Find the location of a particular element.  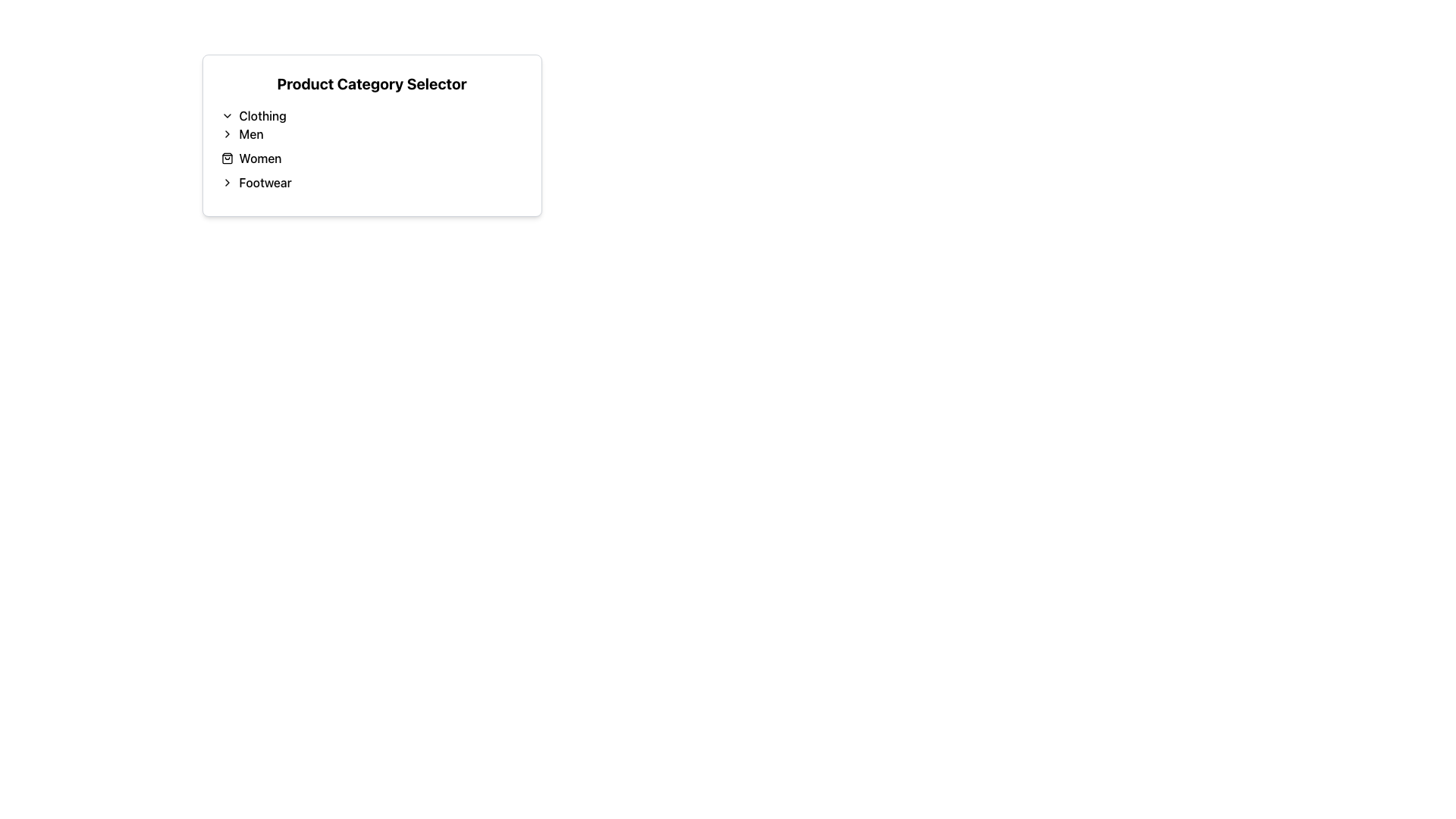

the Chevron Icon located to the left of the 'Footwear' label is located at coordinates (226, 181).